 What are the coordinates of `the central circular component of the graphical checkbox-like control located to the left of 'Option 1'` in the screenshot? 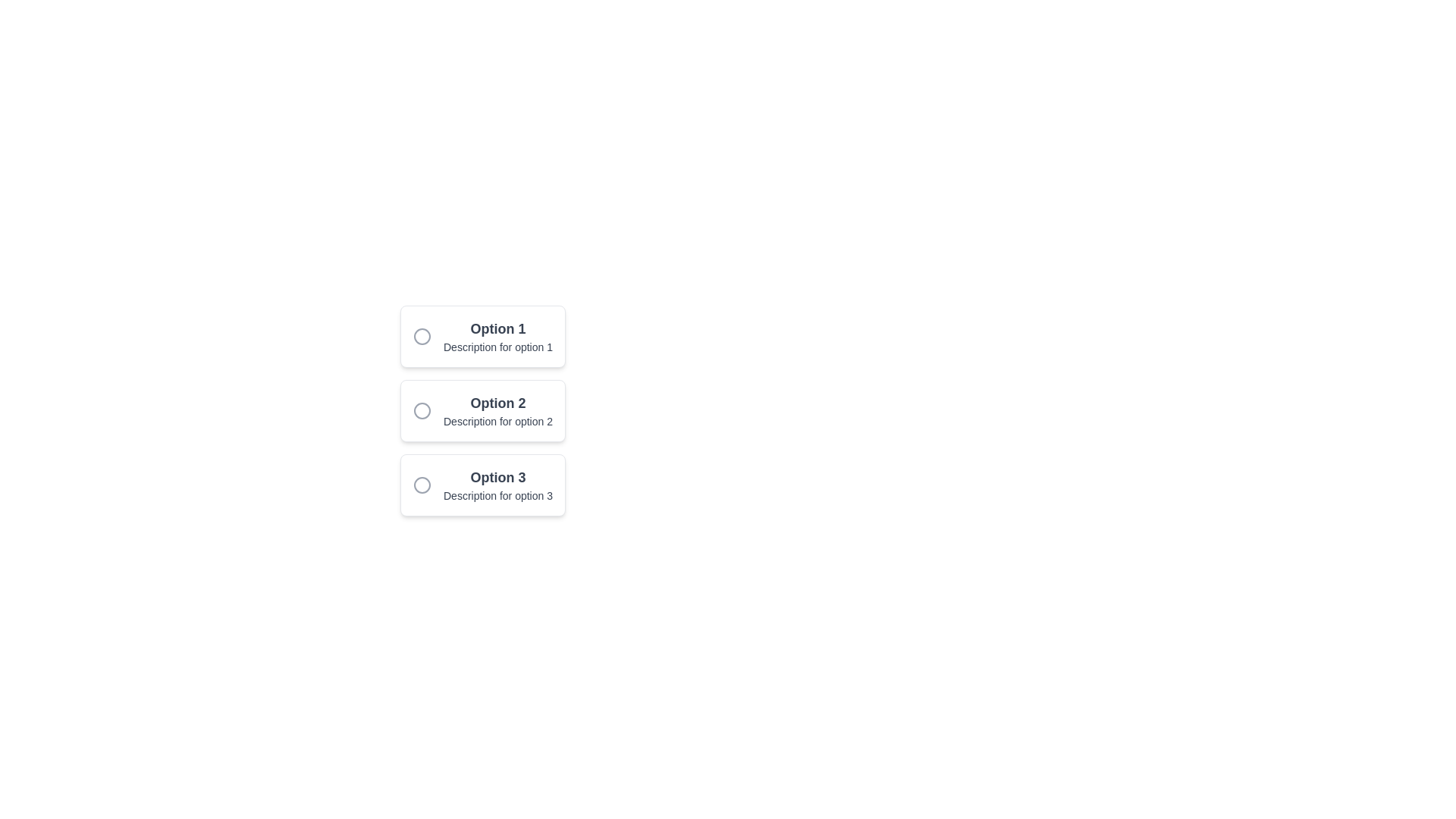 It's located at (422, 335).